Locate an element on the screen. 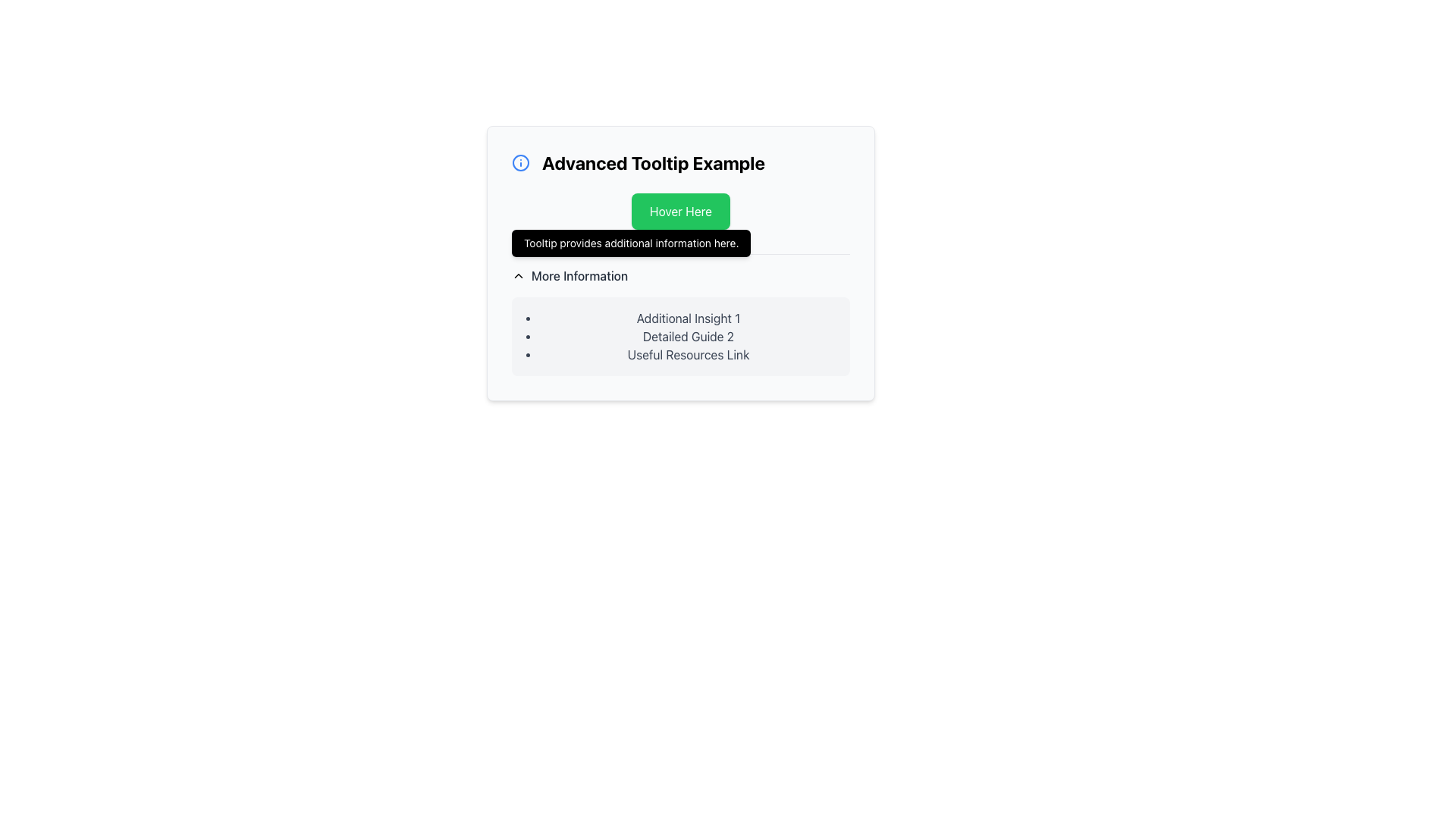 Image resolution: width=1456 pixels, height=819 pixels. the text label displaying 'Advanced Tooltip Example', which is positioned above the green button labeled 'Hover Here' and next to a circular information icon is located at coordinates (679, 163).